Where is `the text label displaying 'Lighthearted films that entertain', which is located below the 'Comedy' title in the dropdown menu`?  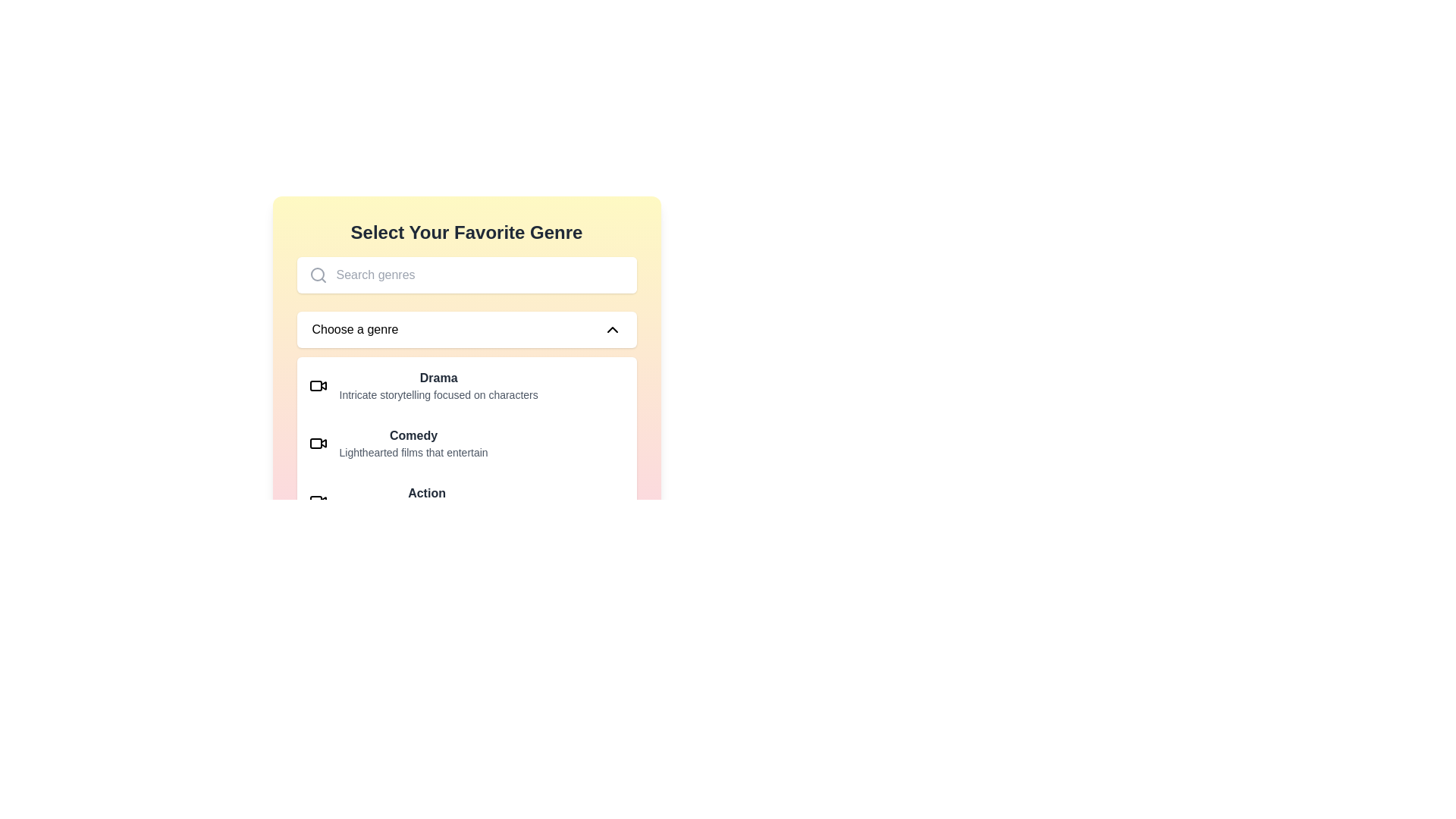
the text label displaying 'Lighthearted films that entertain', which is located below the 'Comedy' title in the dropdown menu is located at coordinates (413, 452).